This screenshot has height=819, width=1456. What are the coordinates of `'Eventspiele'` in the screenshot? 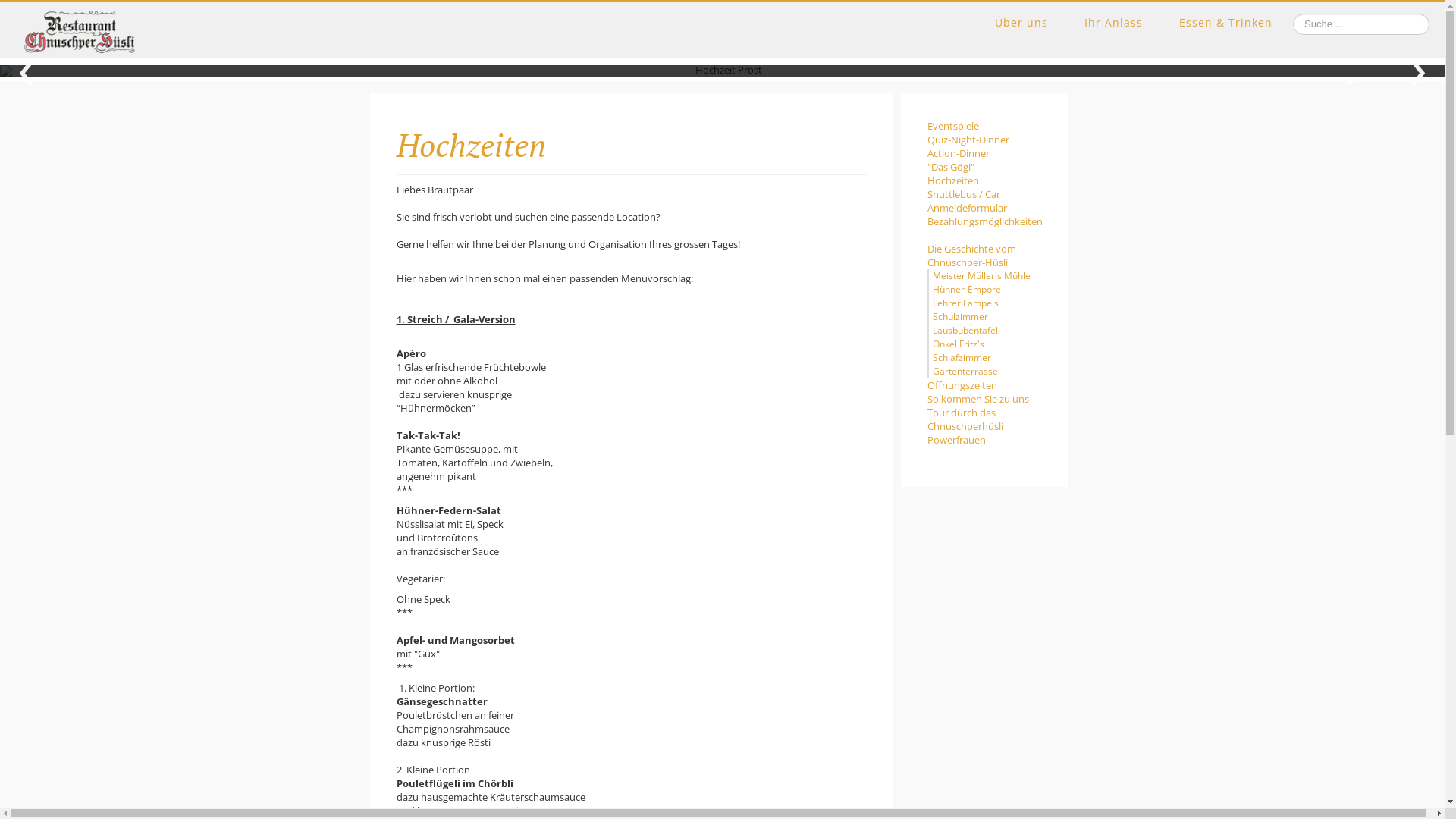 It's located at (984, 124).